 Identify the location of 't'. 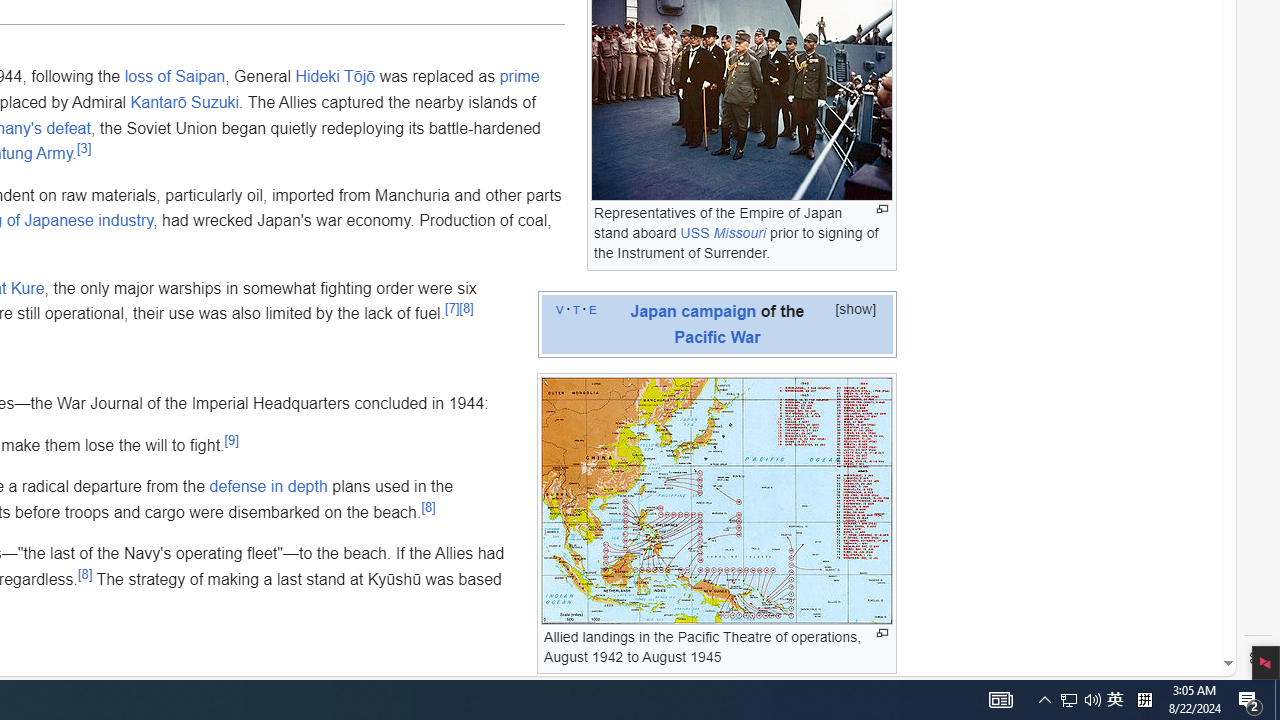
(575, 308).